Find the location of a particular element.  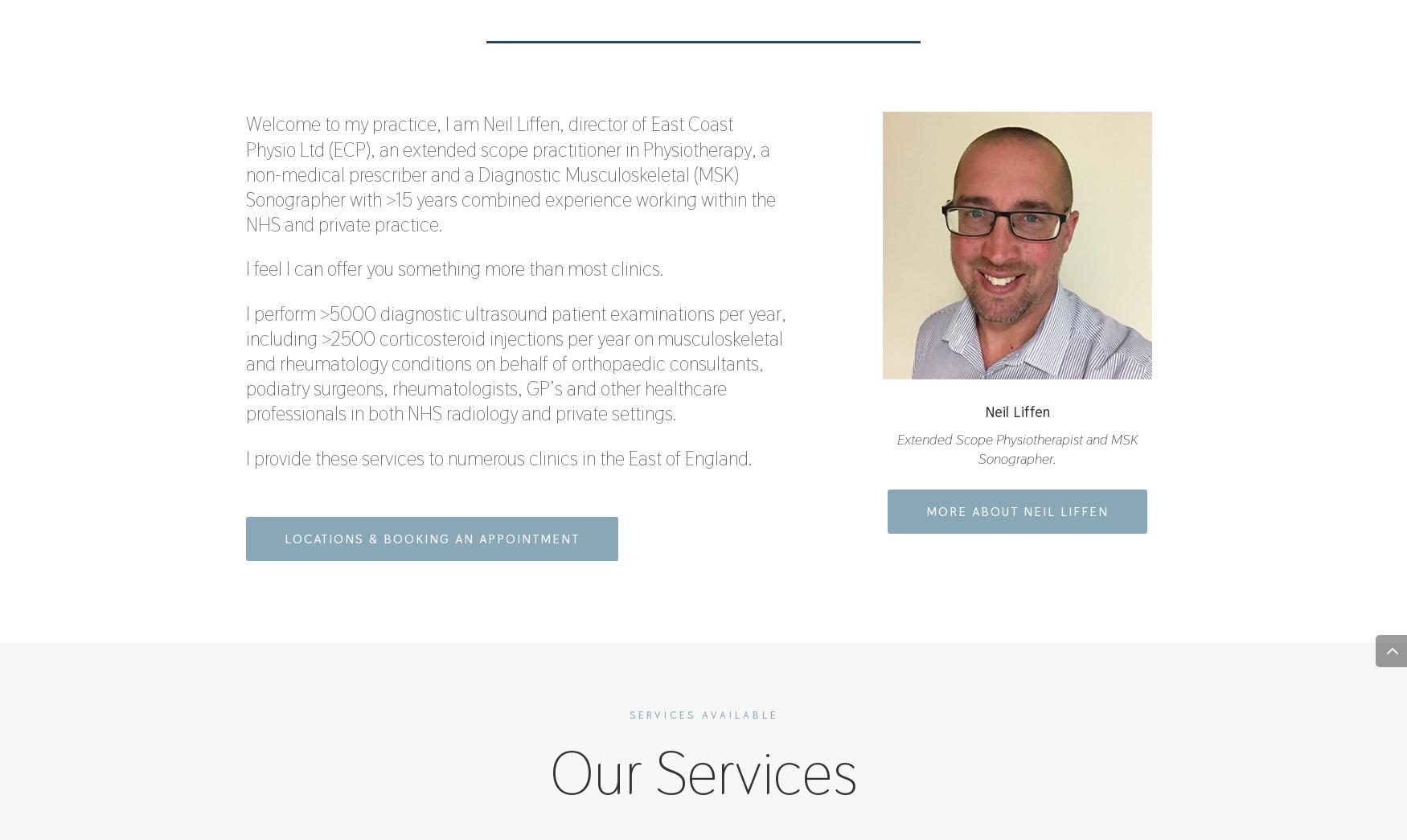

'locations & booking an appointment' is located at coordinates (285, 538).